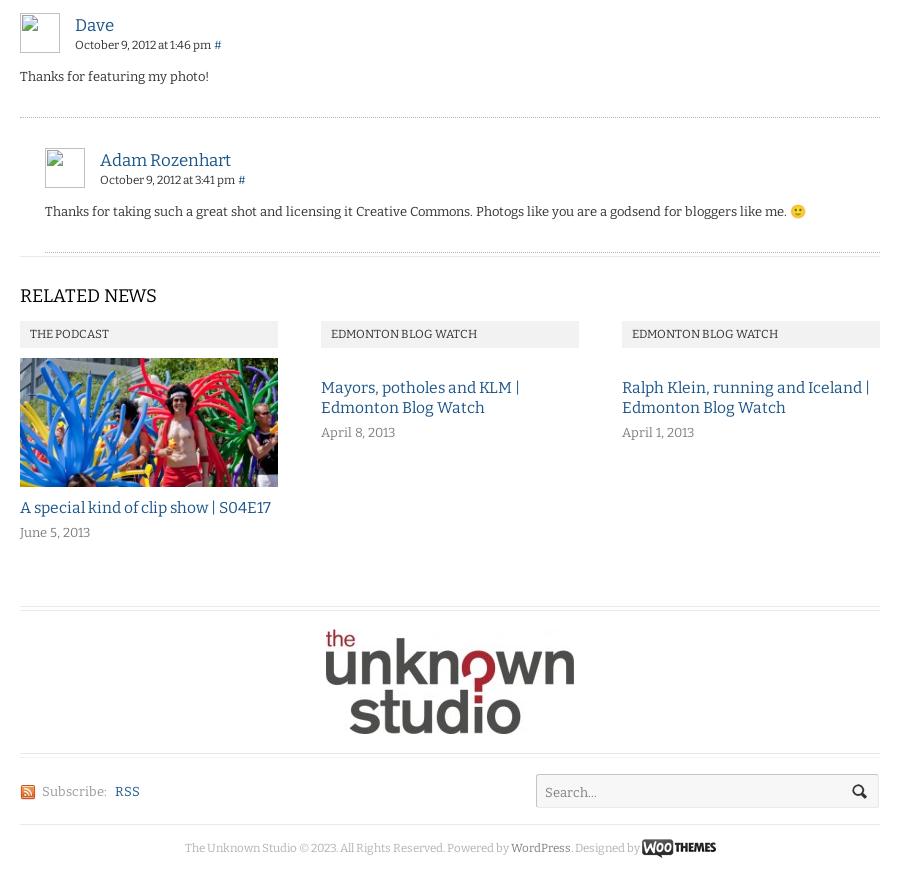  What do you see at coordinates (114, 75) in the screenshot?
I see `'Thanks for featuring my photo!'` at bounding box center [114, 75].